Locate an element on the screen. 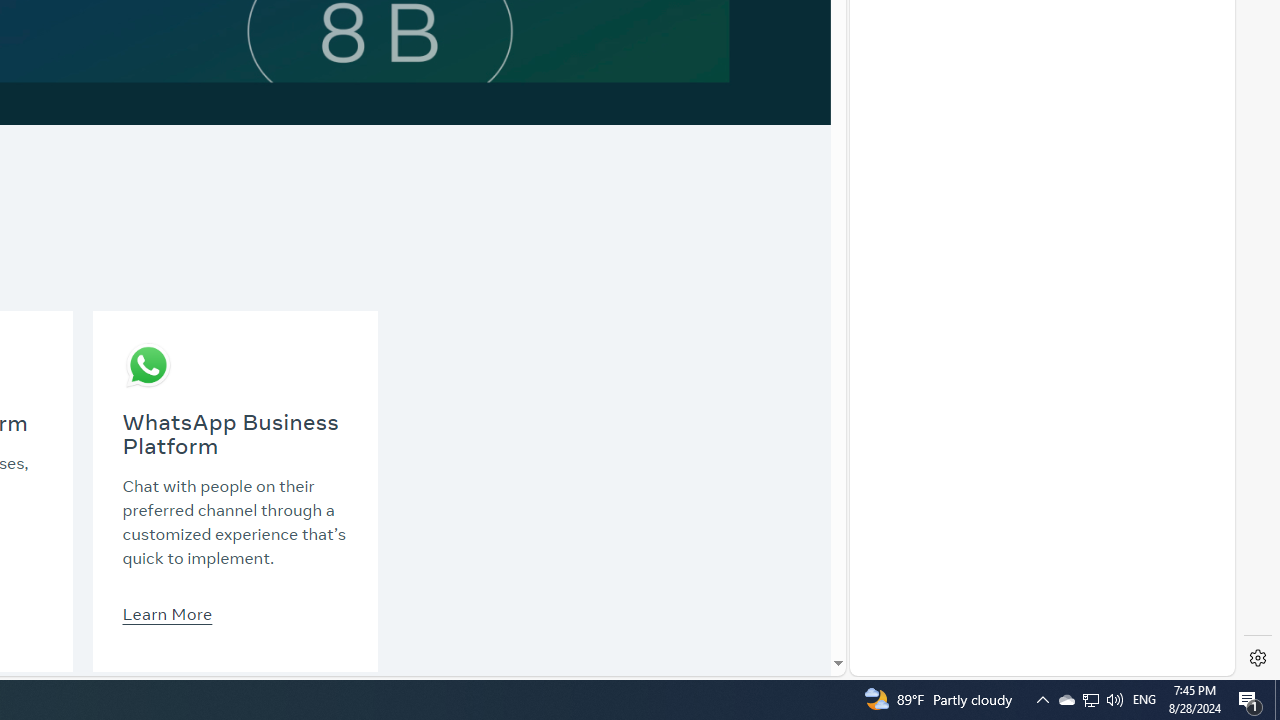 This screenshot has width=1280, height=720. 'Learn More' is located at coordinates (167, 612).